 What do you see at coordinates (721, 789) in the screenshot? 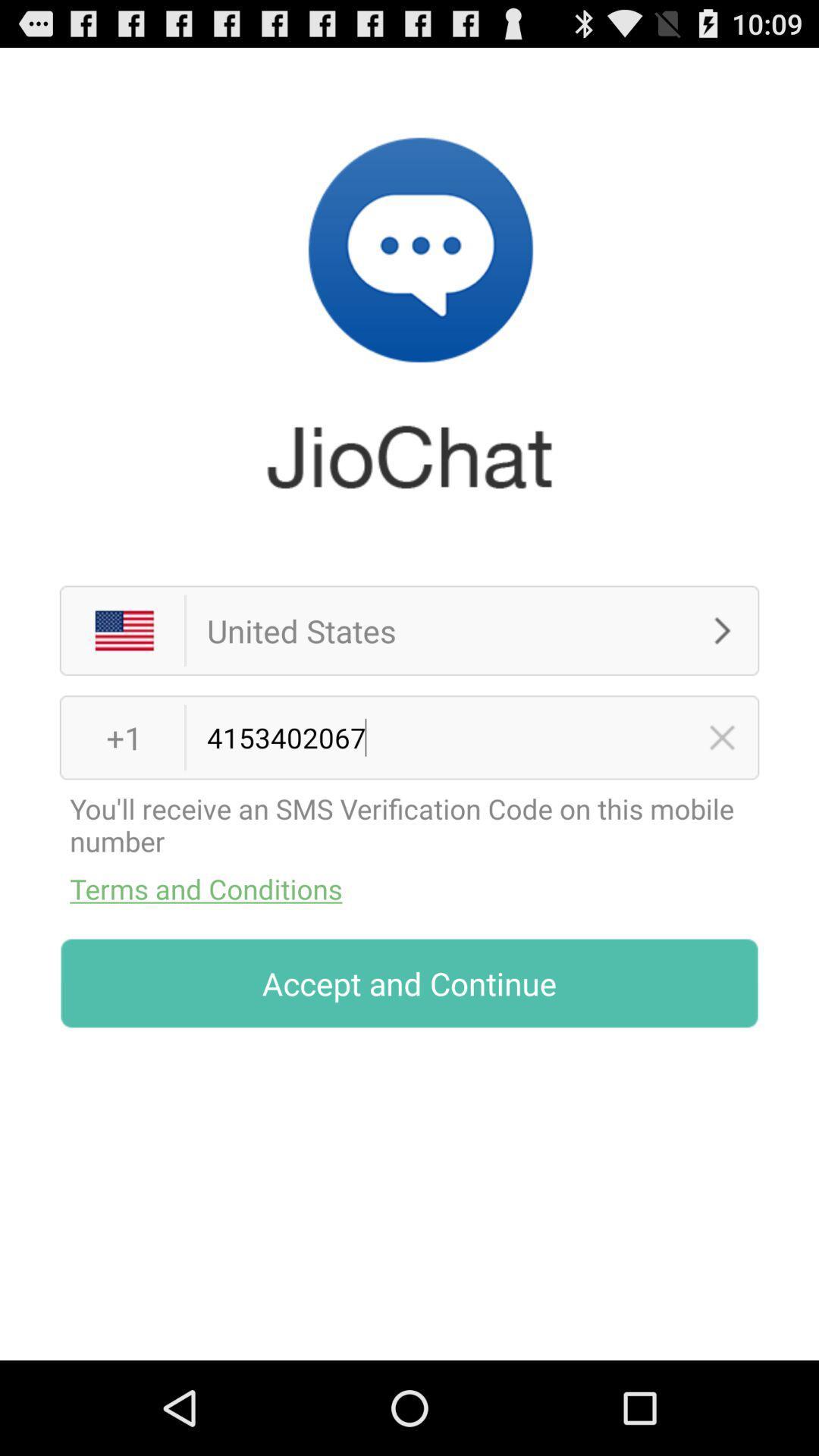
I see `the close icon` at bounding box center [721, 789].